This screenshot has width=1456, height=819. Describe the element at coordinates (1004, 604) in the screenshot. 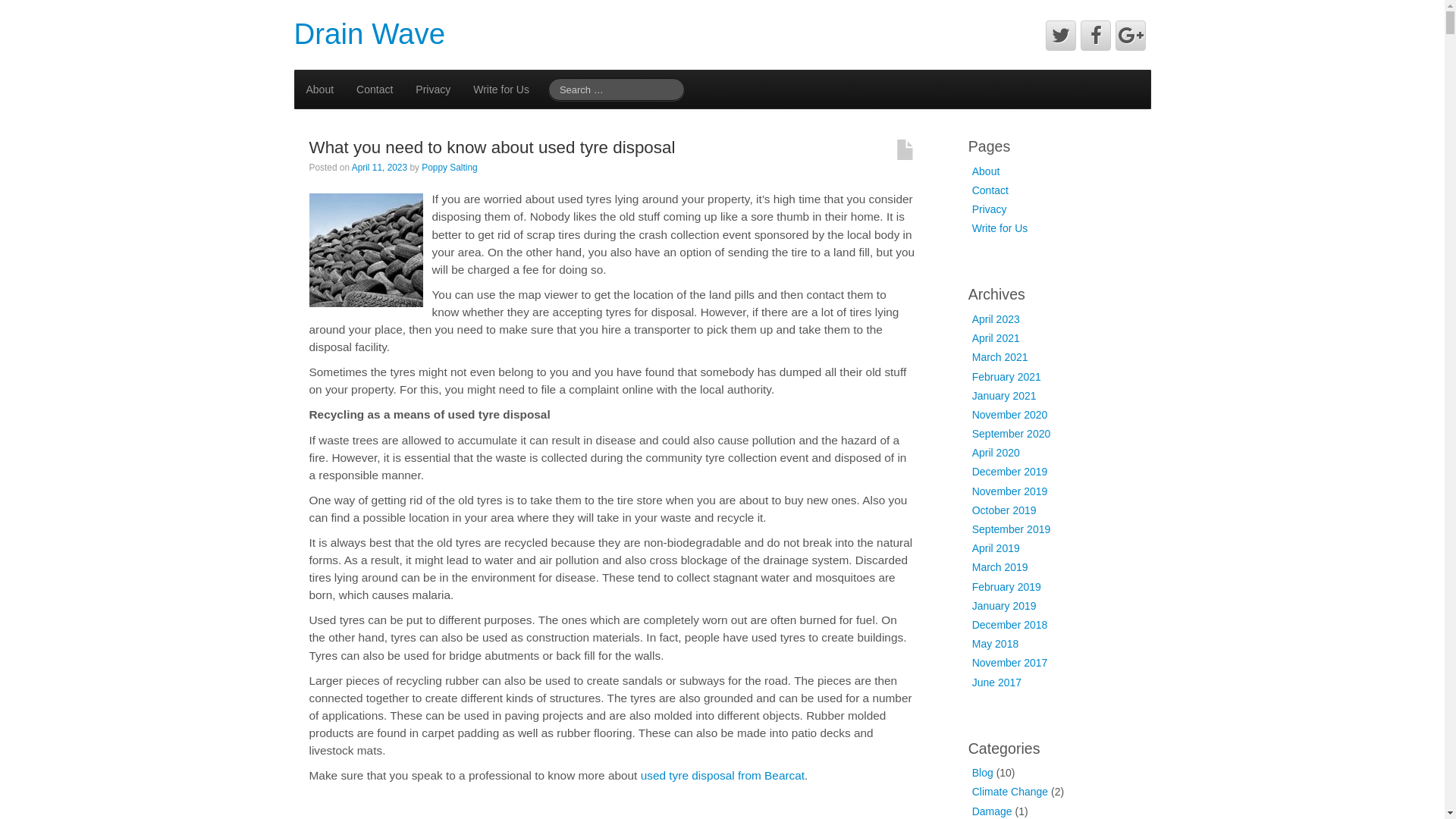

I see `'January 2019'` at that location.